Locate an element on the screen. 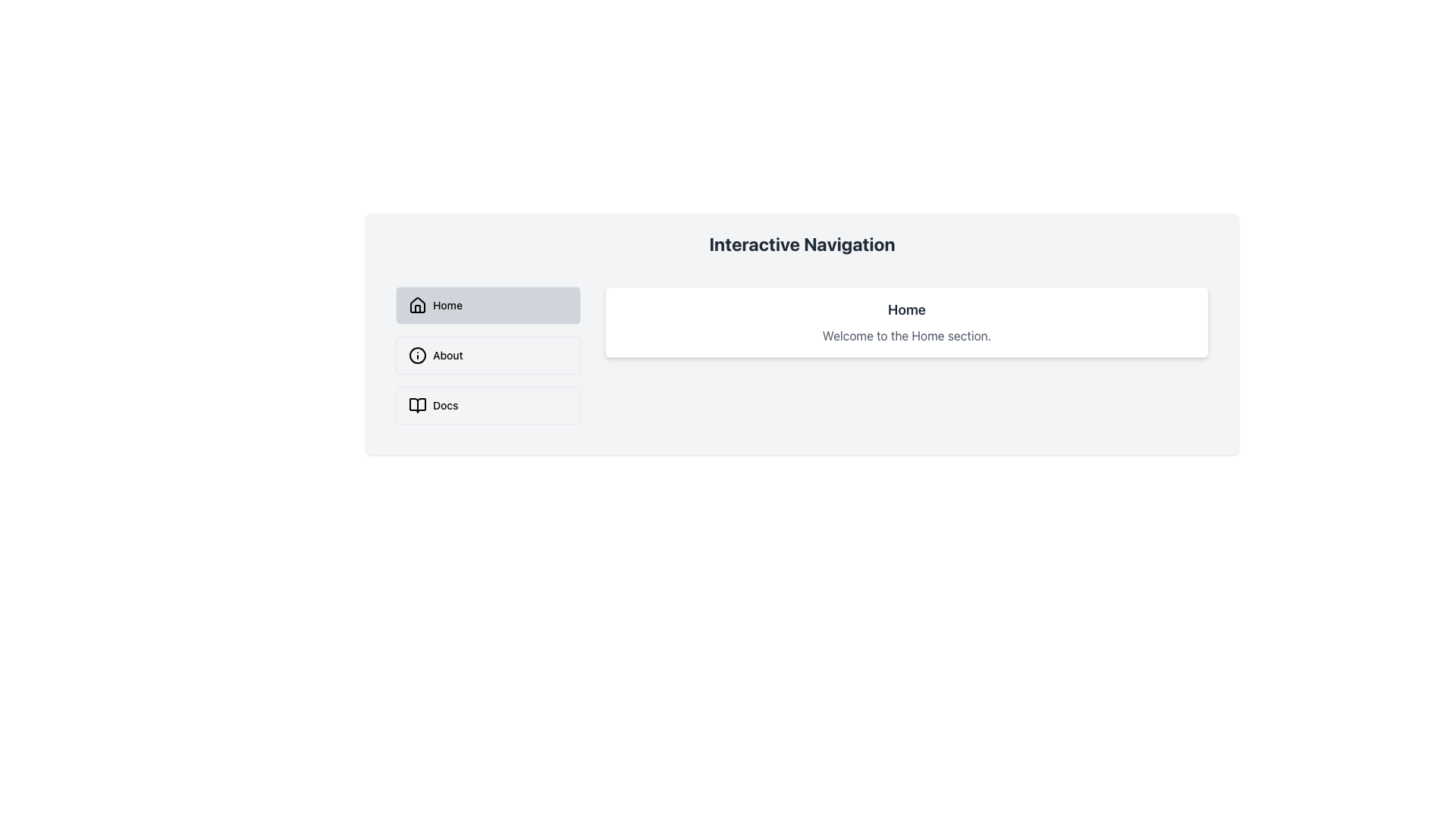  the static text element that reads 'Welcome to the Home section.' which is styled in muted gray color and positioned below the bold heading 'Home' within a rounded rectangle card is located at coordinates (906, 335).